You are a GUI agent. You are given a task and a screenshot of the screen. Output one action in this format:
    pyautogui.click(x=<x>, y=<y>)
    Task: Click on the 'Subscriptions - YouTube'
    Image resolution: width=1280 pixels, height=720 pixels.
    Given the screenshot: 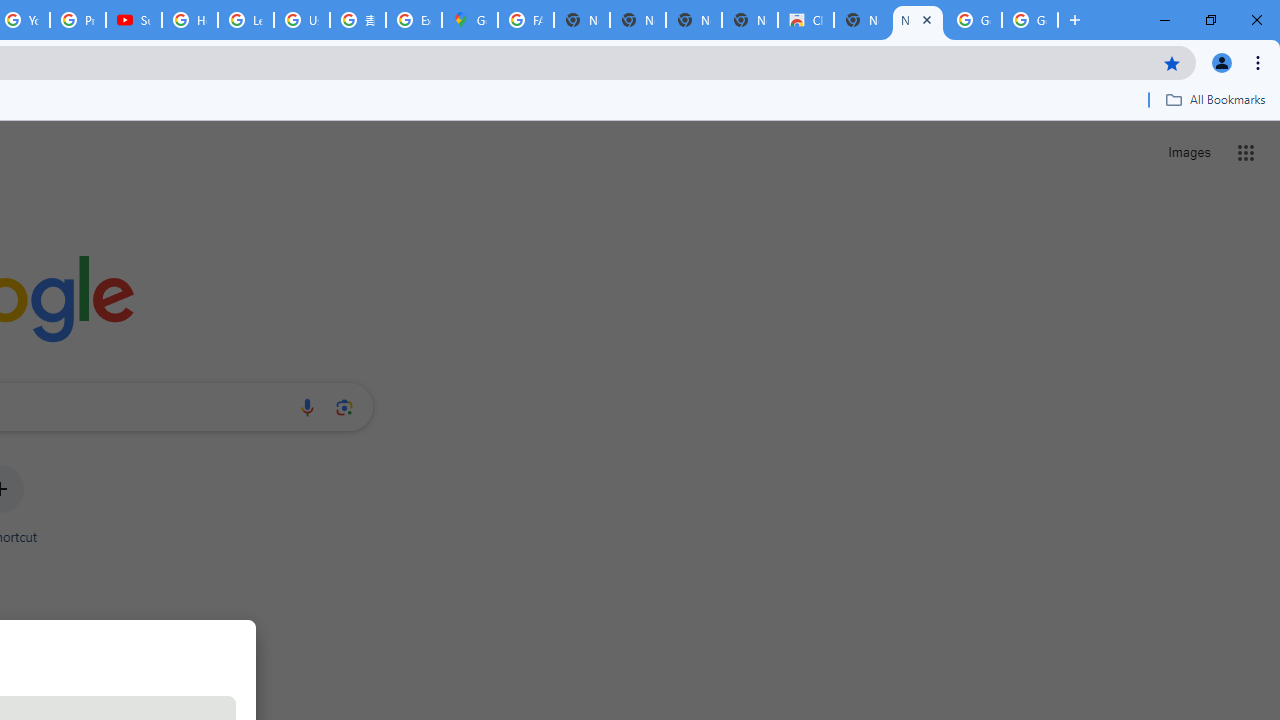 What is the action you would take?
    pyautogui.click(x=133, y=20)
    